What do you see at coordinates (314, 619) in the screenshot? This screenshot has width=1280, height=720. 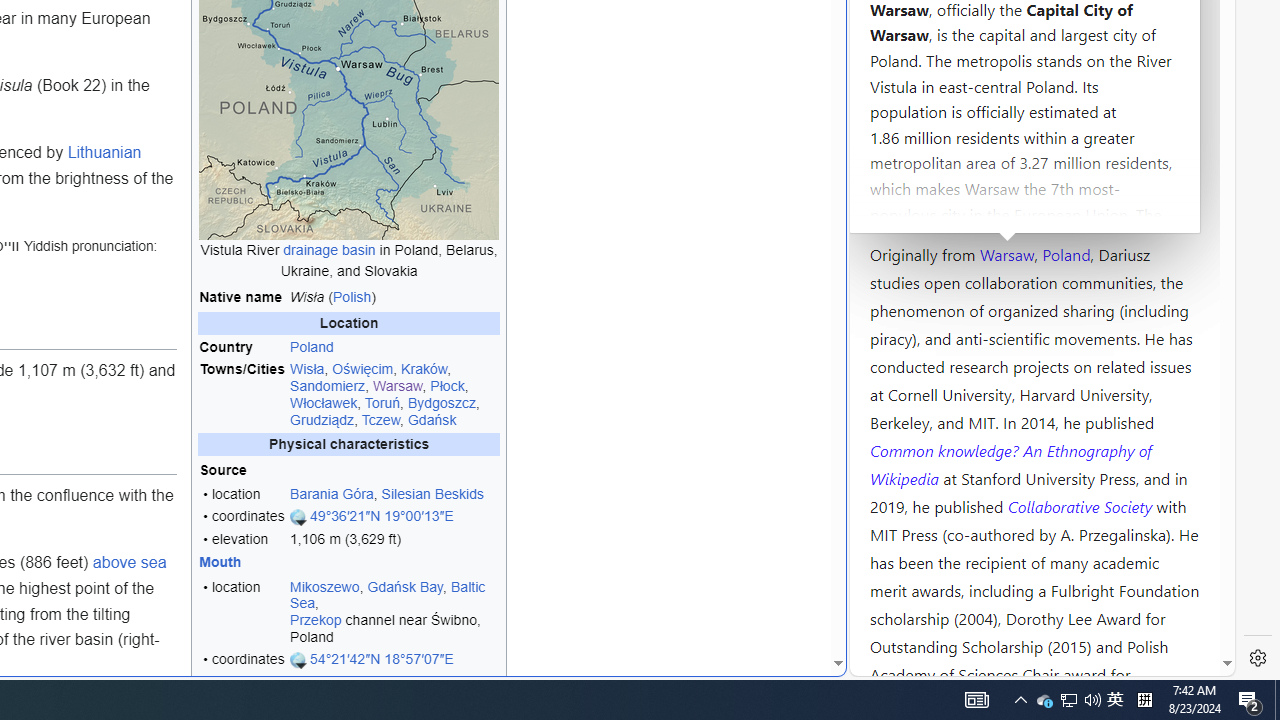 I see `'Przekop'` at bounding box center [314, 619].